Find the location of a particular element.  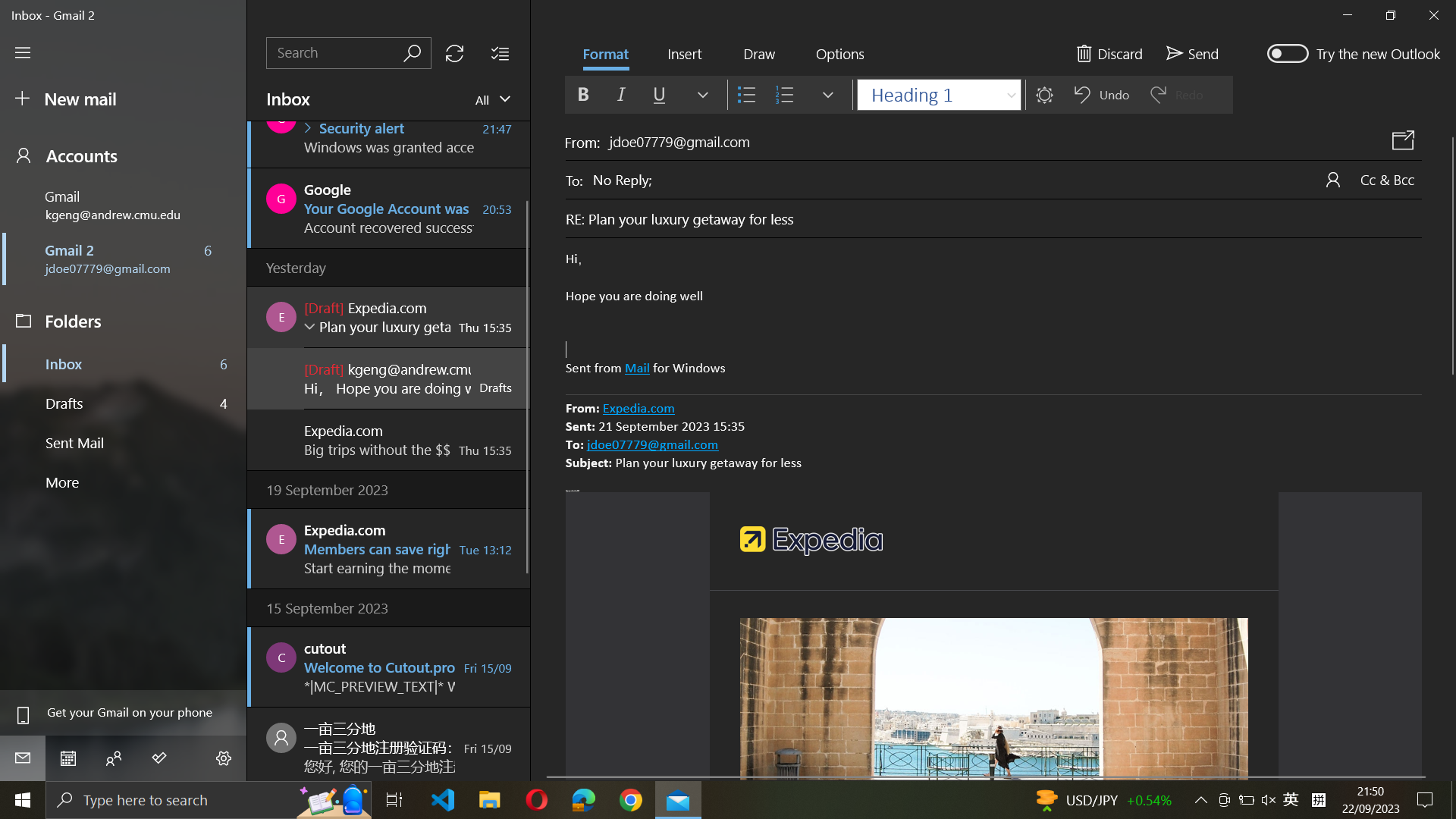

Update the email inbox is located at coordinates (453, 52).